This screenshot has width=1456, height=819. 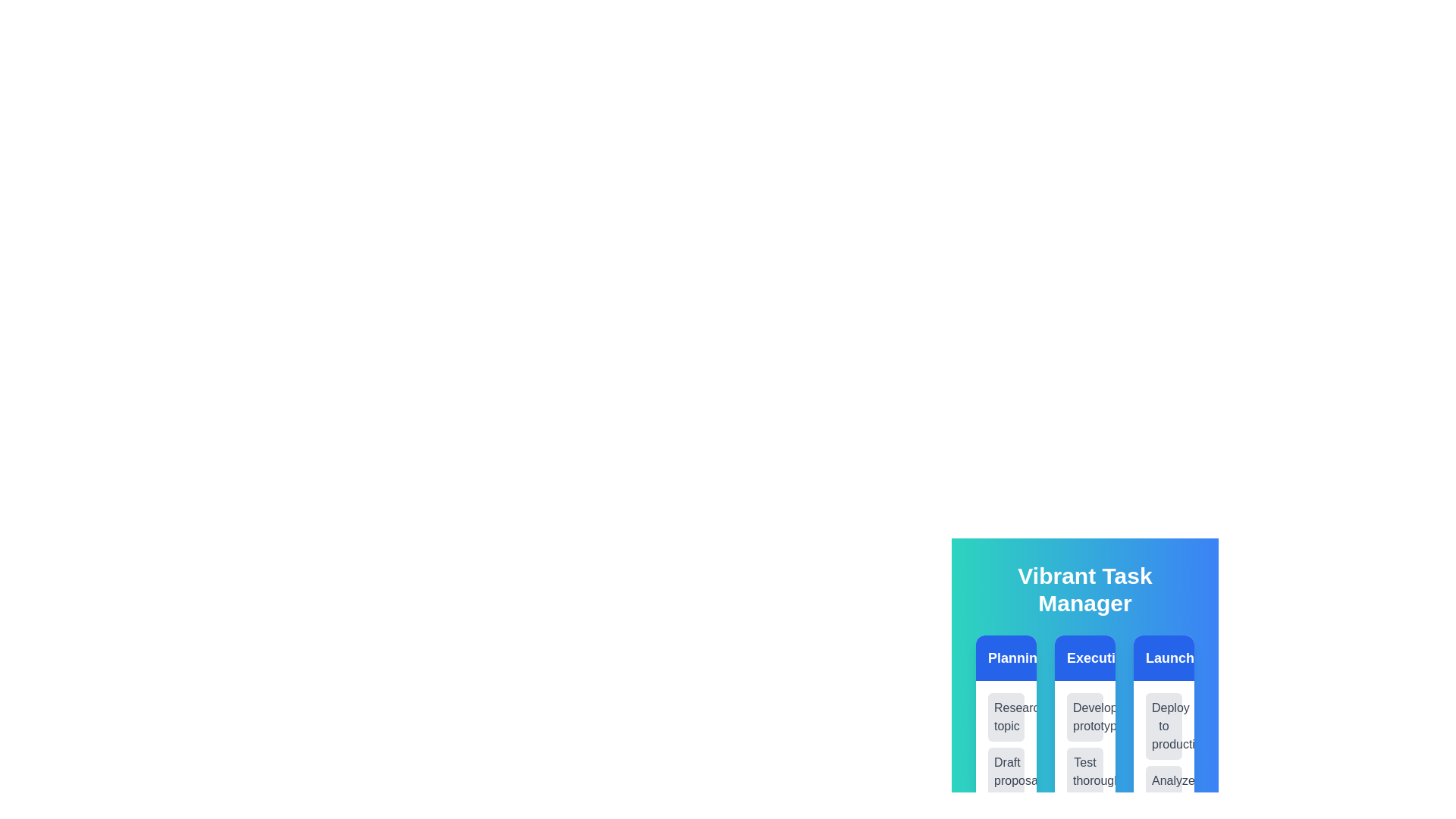 What do you see at coordinates (1163, 789) in the screenshot?
I see `the 'Analyze feedback' text label, which is the second item in the 'Launch' column, located below 'Deploy to production' and above 'Add Task'` at bounding box center [1163, 789].